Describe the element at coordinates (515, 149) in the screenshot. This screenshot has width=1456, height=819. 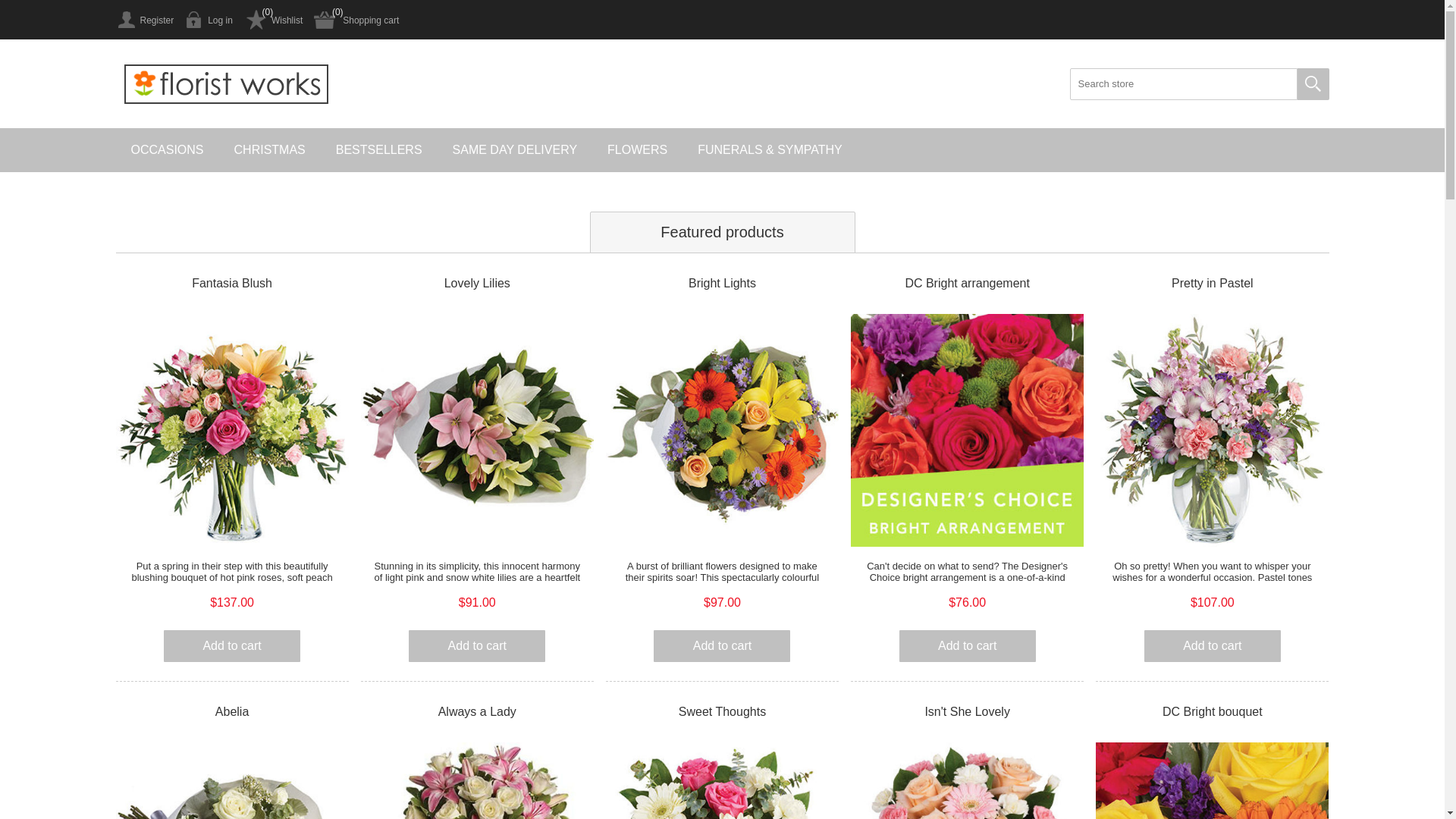
I see `'SAME DAY DELIVERY'` at that location.